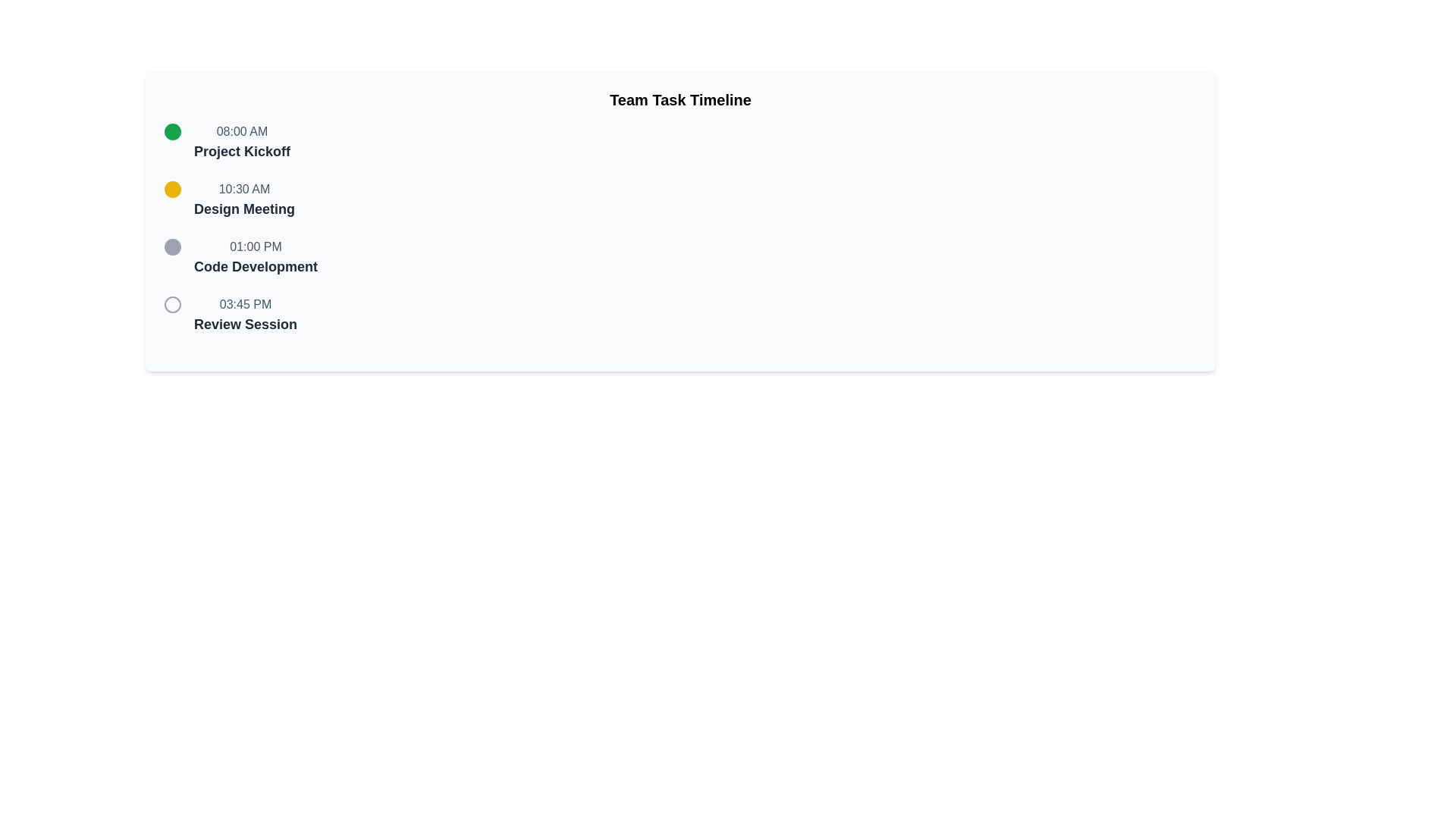 The image size is (1456, 819). What do you see at coordinates (244, 209) in the screenshot?
I see `the 'Design Meeting' text label, which is styled in bold dark gray and positioned below the '10:30 AM' time label within the event timeline` at bounding box center [244, 209].